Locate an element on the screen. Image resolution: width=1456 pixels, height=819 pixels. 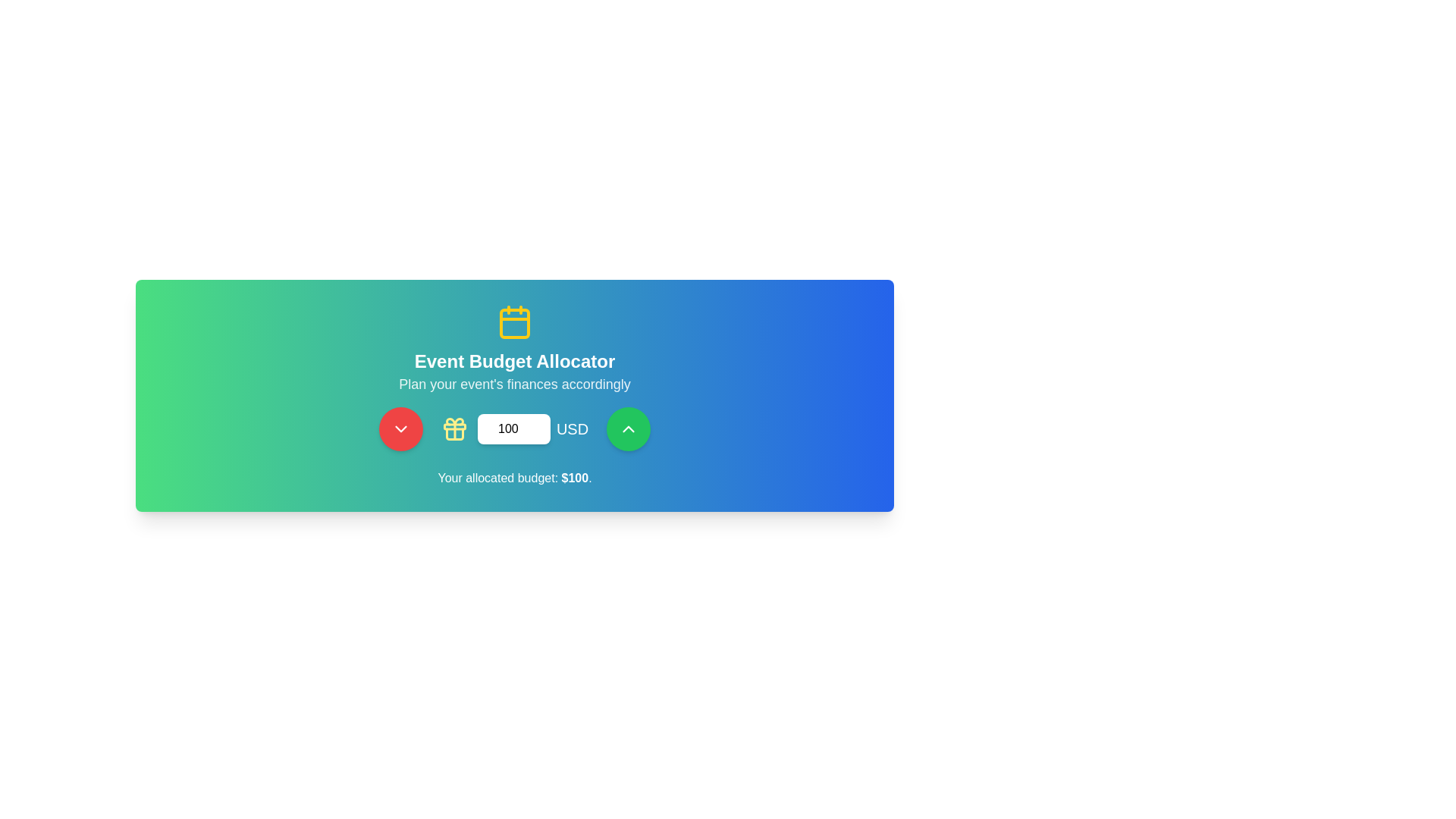
the calendar icon, which symbolizes planning or scheduling, located above the 'Event Budget Allocator' title in the center of the interface is located at coordinates (514, 321).